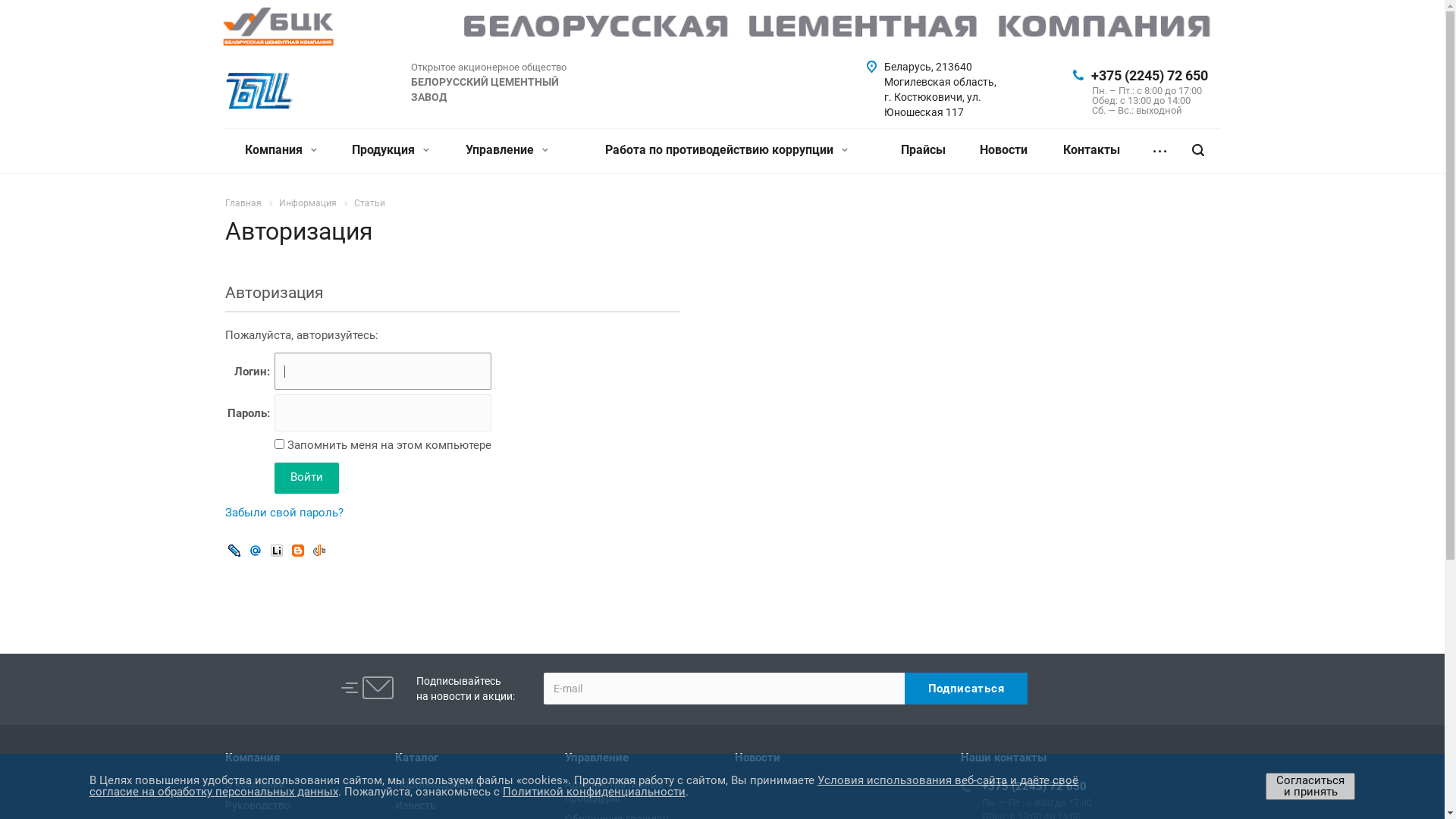 This screenshot has width=1456, height=819. Describe the element at coordinates (309, 550) in the screenshot. I see `'OpenID'` at that location.